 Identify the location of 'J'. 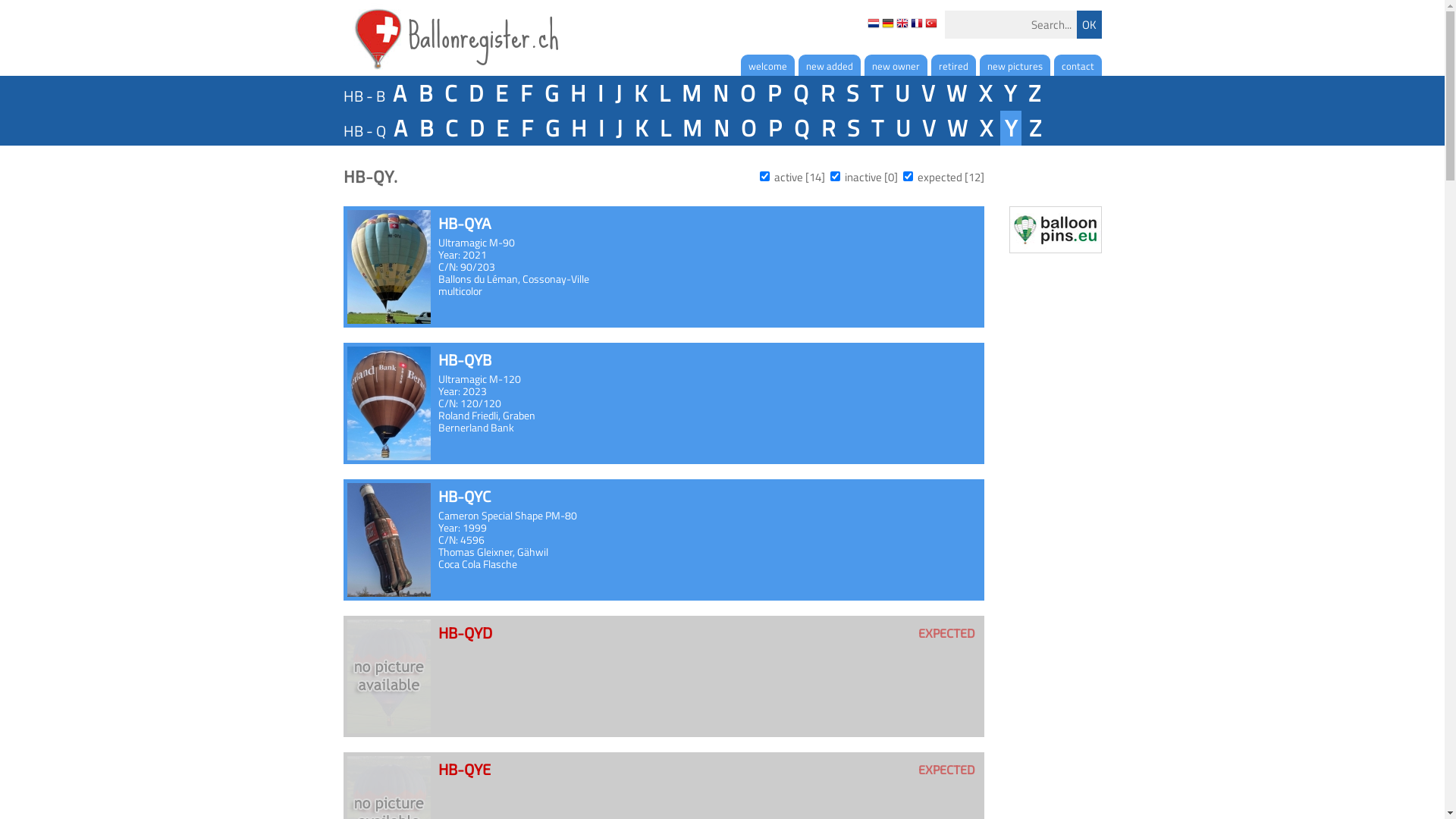
(611, 127).